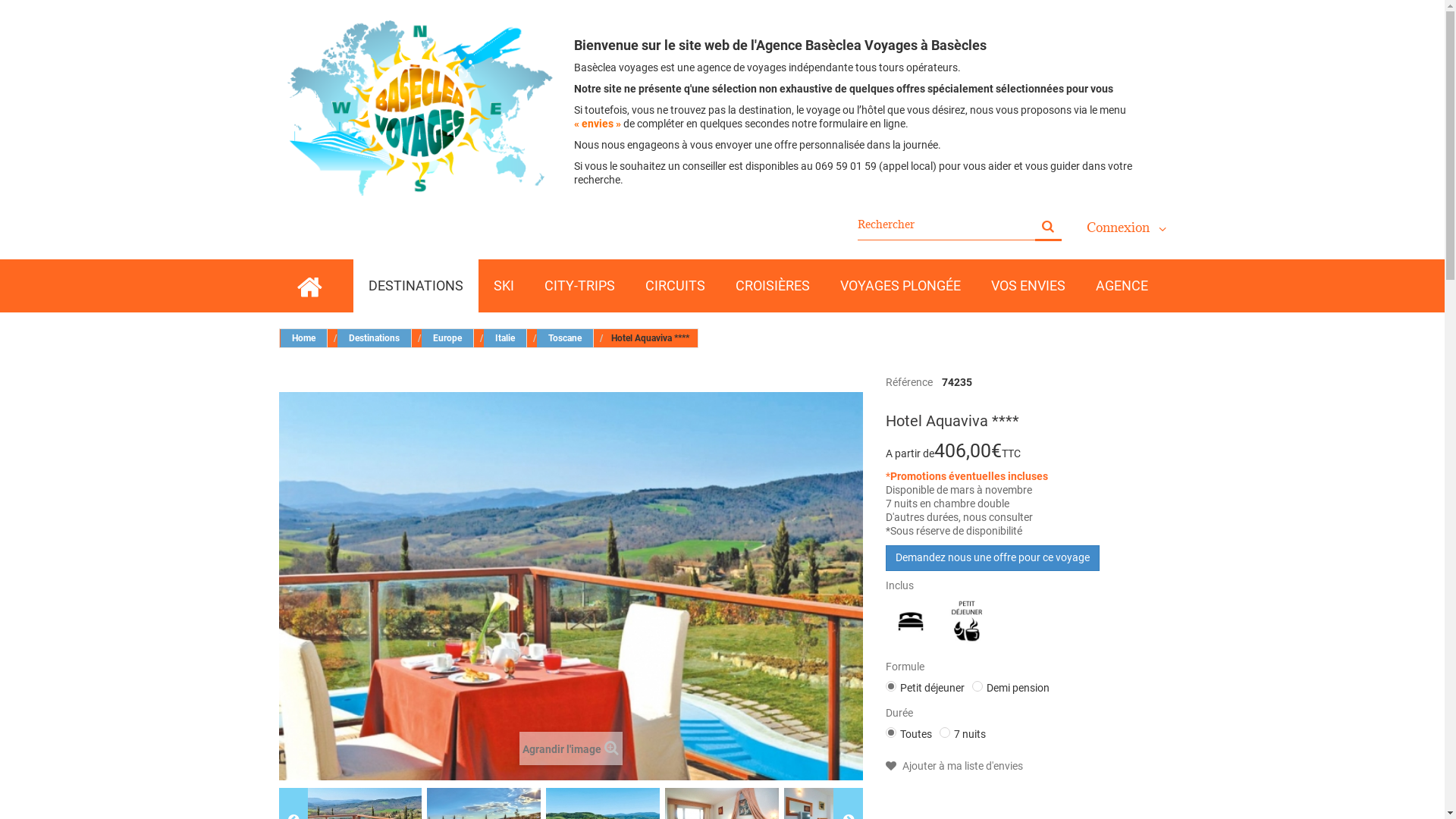 The height and width of the screenshot is (819, 1456). Describe the element at coordinates (1121, 286) in the screenshot. I see `'AGENCE'` at that location.